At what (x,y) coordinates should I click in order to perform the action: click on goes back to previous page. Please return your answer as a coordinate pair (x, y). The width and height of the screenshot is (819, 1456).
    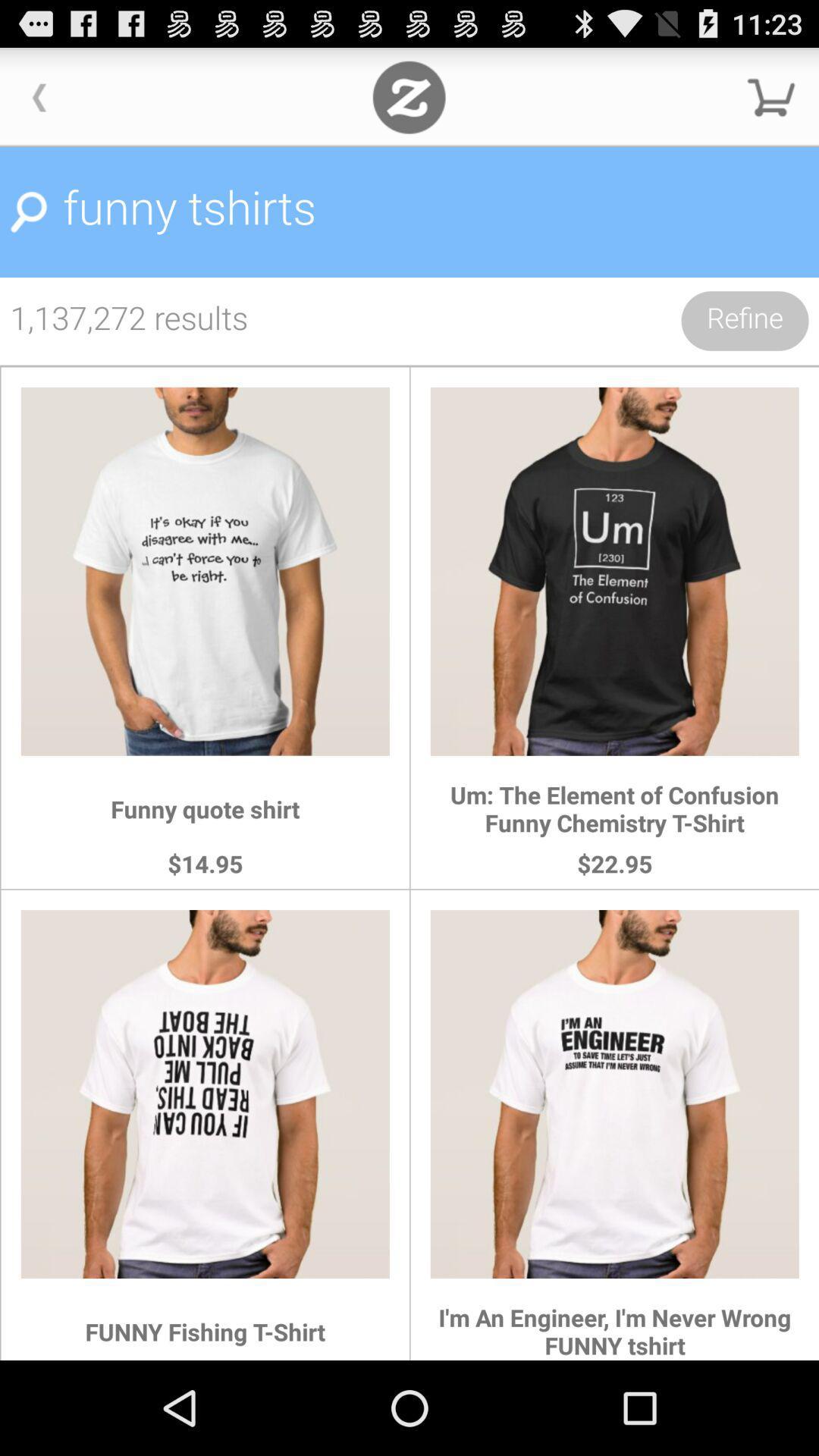
    Looking at the image, I should click on (39, 96).